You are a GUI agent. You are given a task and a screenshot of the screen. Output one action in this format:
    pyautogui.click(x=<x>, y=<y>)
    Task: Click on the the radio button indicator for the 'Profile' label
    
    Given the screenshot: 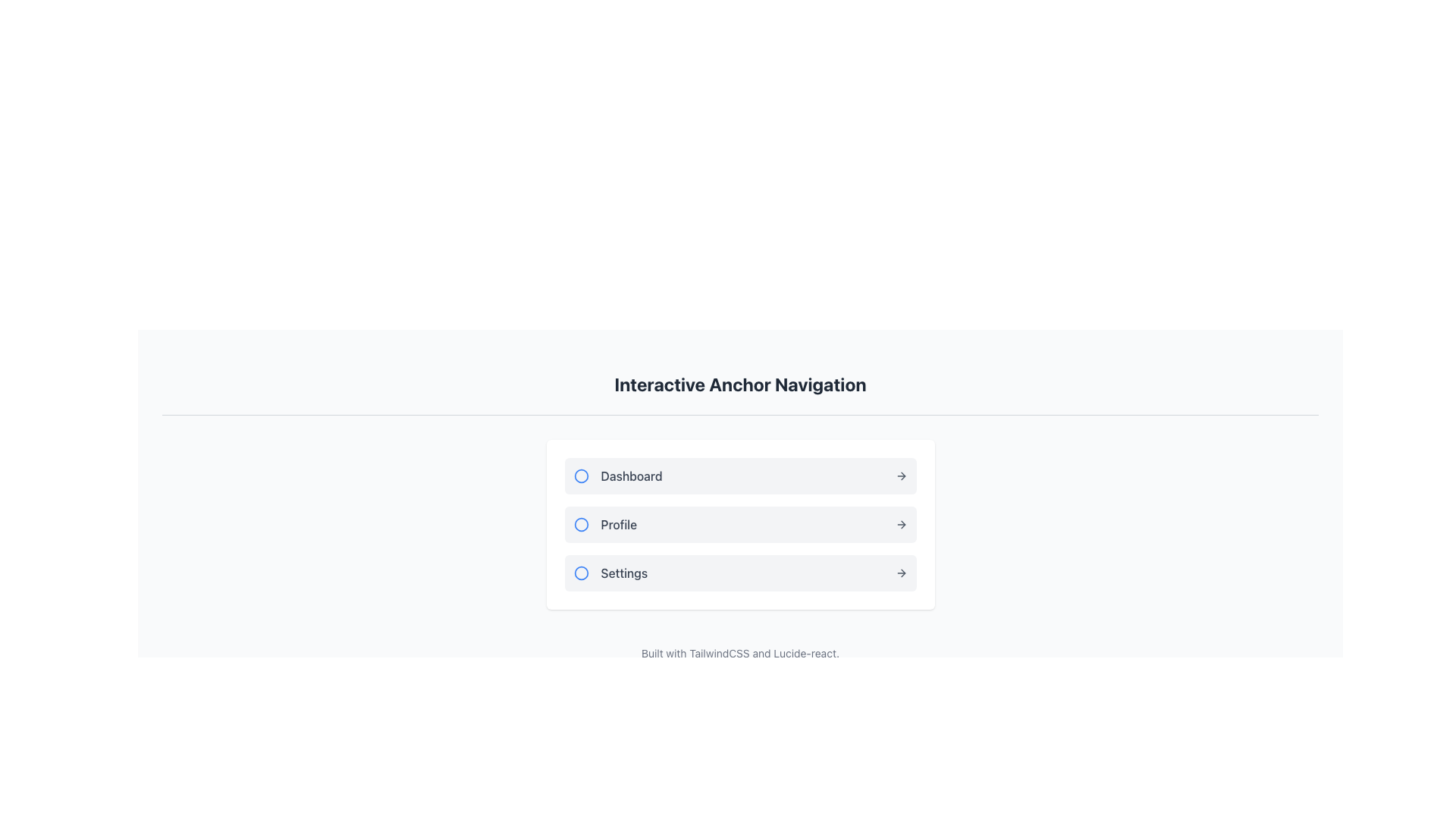 What is the action you would take?
    pyautogui.click(x=580, y=523)
    